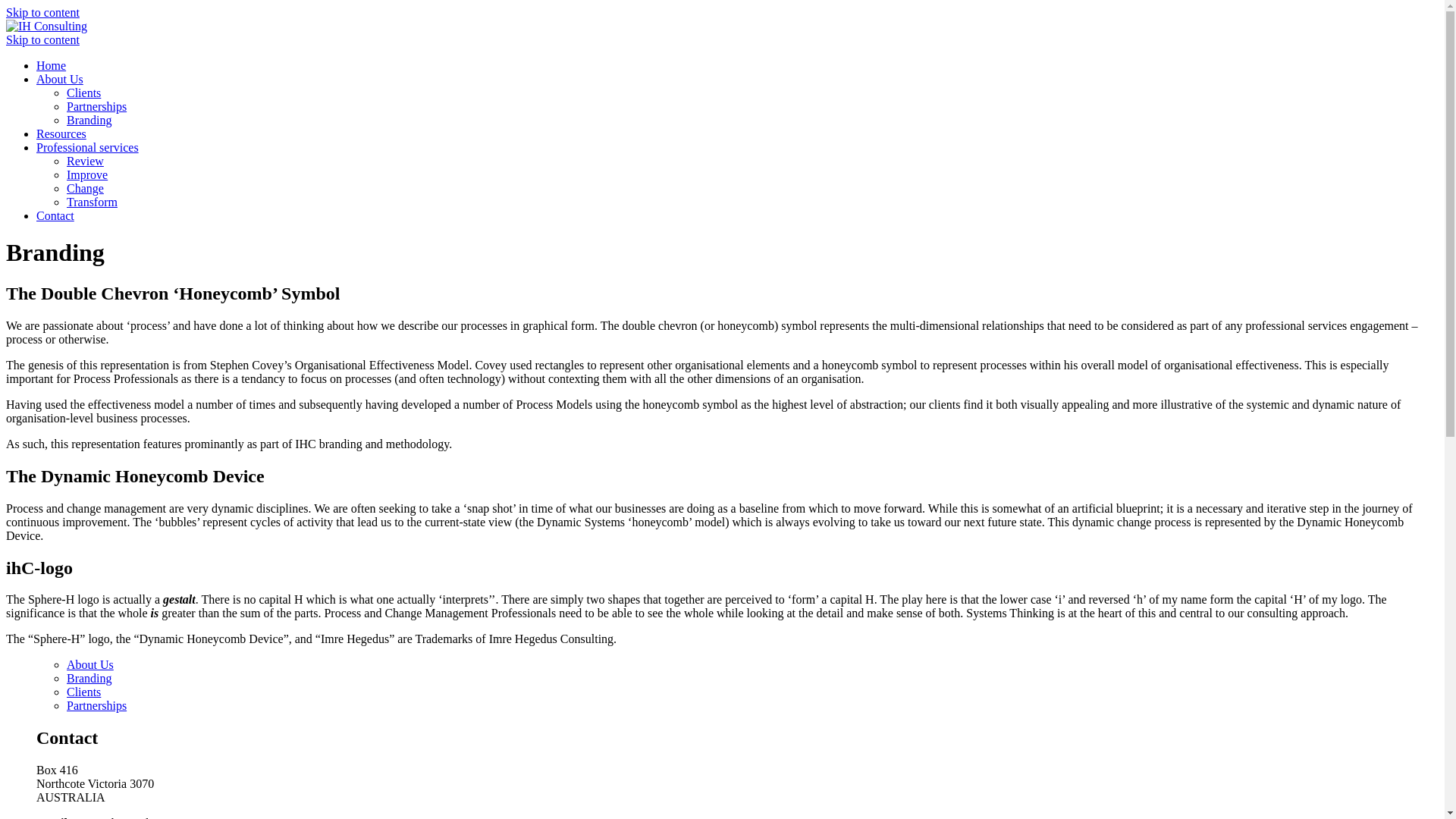 The height and width of the screenshot is (819, 1456). What do you see at coordinates (59, 79) in the screenshot?
I see `'About Us'` at bounding box center [59, 79].